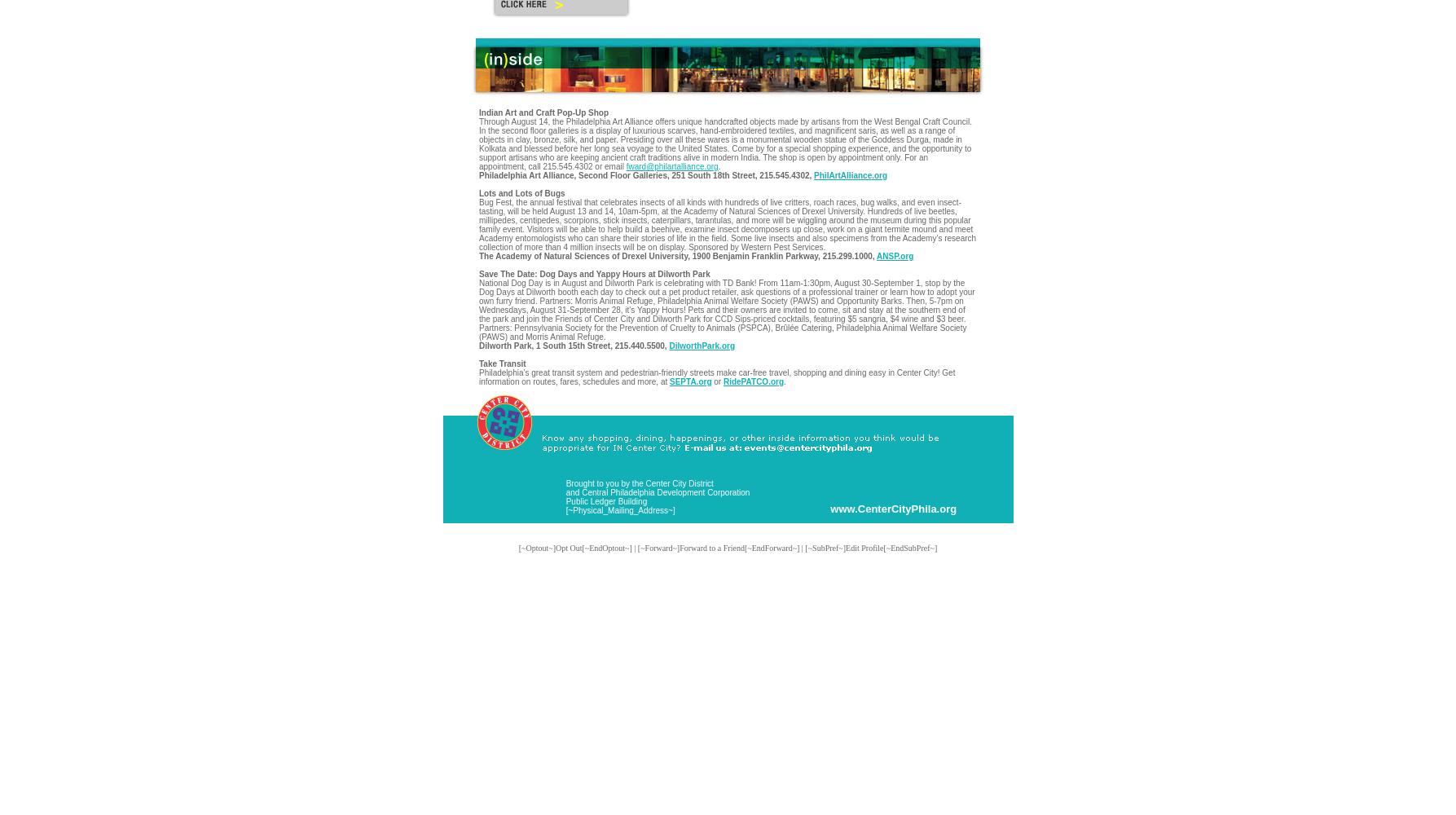  I want to click on 'Indian Art and Craft Pop-Up Shop', so click(543, 112).